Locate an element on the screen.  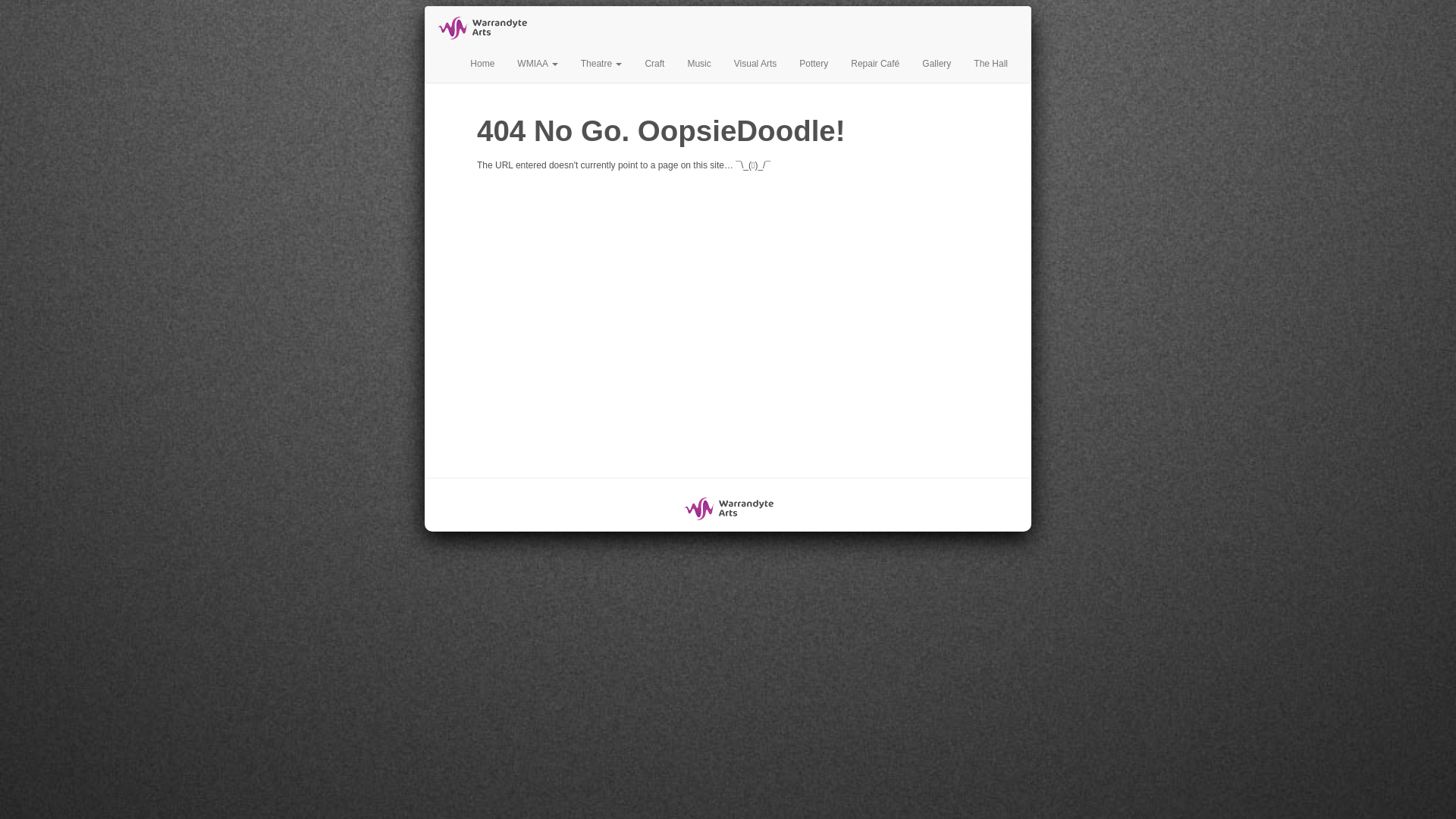
'Craft' is located at coordinates (654, 63).